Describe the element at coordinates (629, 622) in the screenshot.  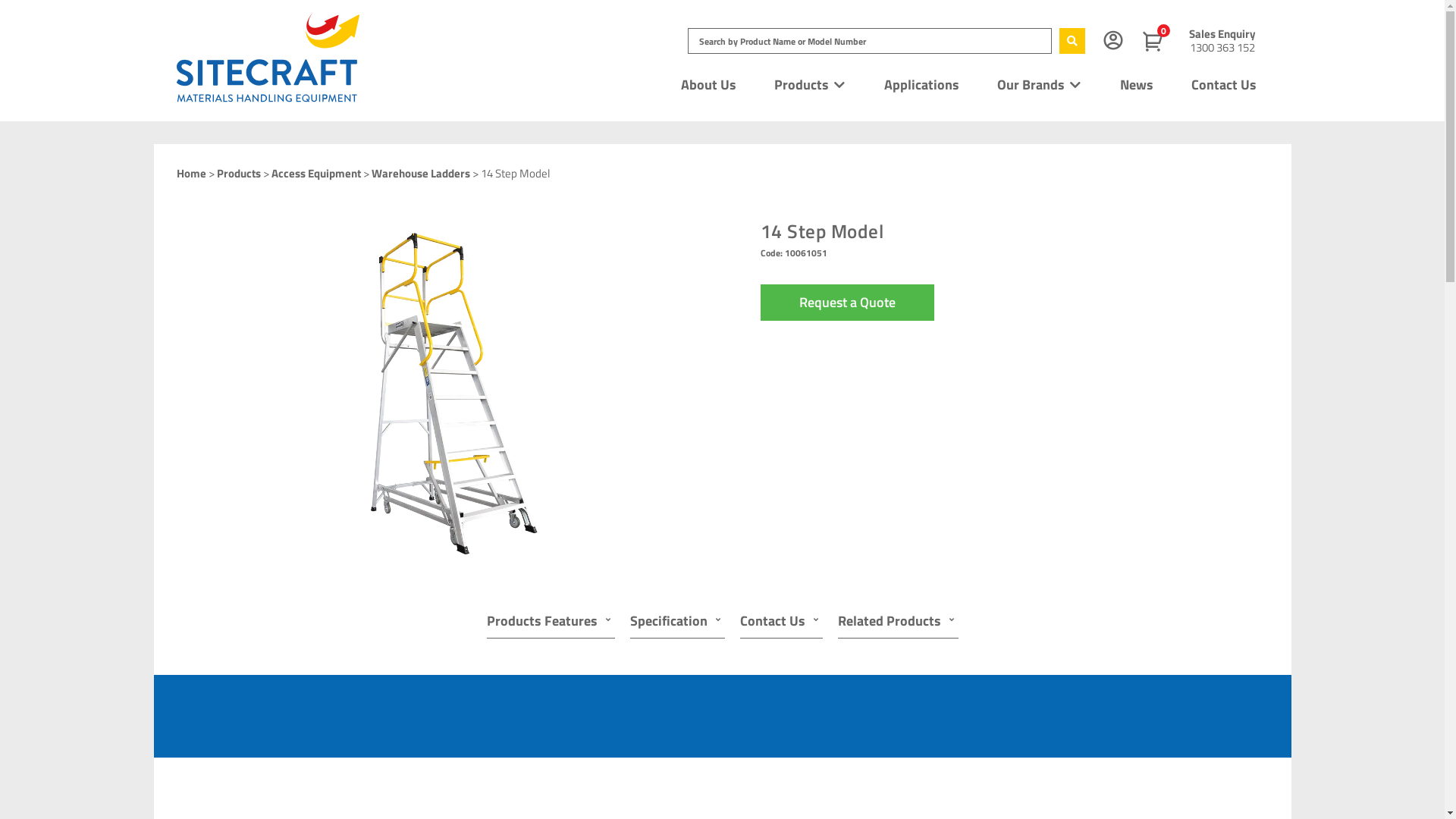
I see `'Specification'` at that location.